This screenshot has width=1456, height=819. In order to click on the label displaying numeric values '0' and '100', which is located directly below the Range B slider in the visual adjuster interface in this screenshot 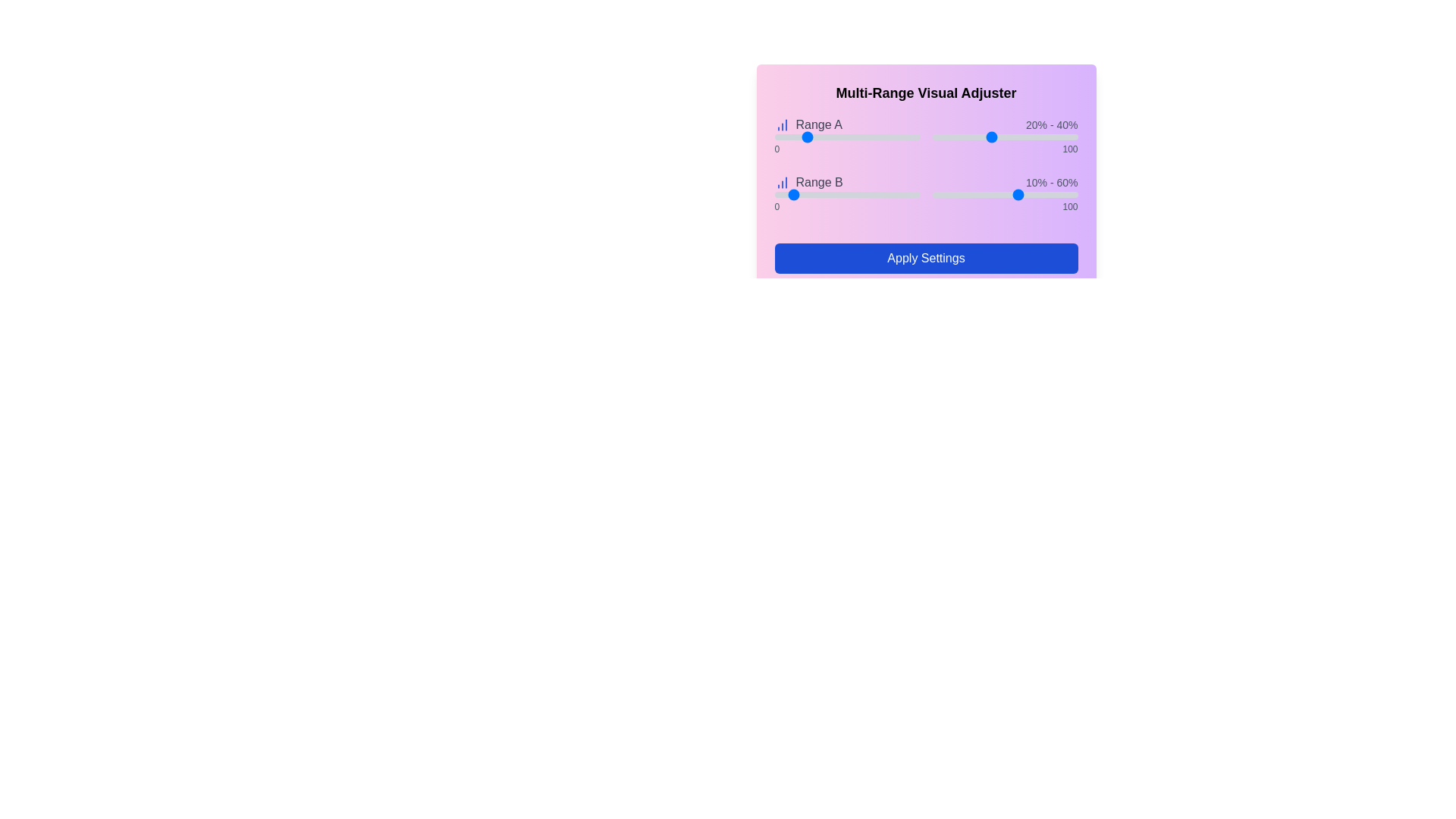, I will do `click(925, 207)`.